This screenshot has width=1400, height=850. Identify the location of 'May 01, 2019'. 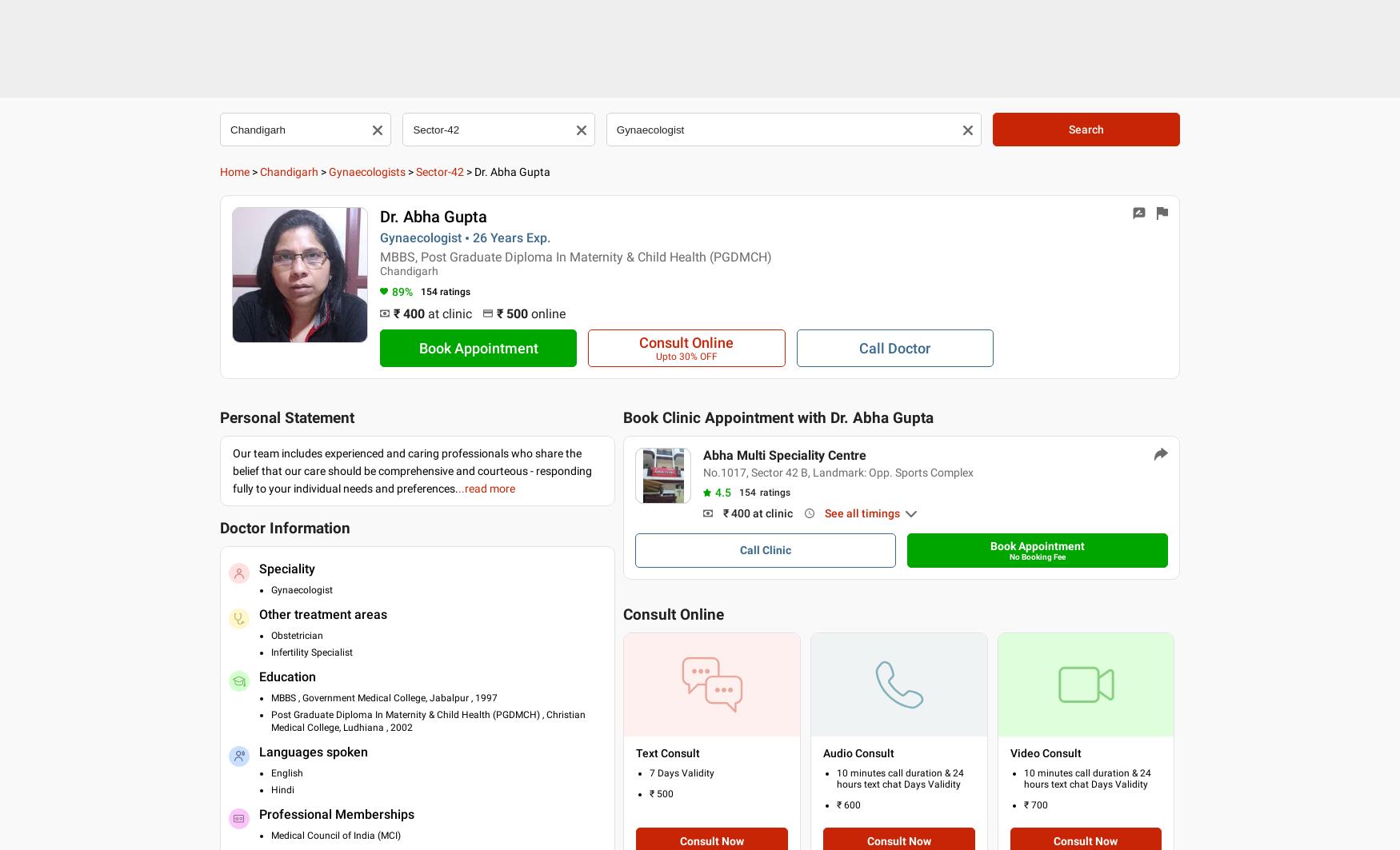
(702, 135).